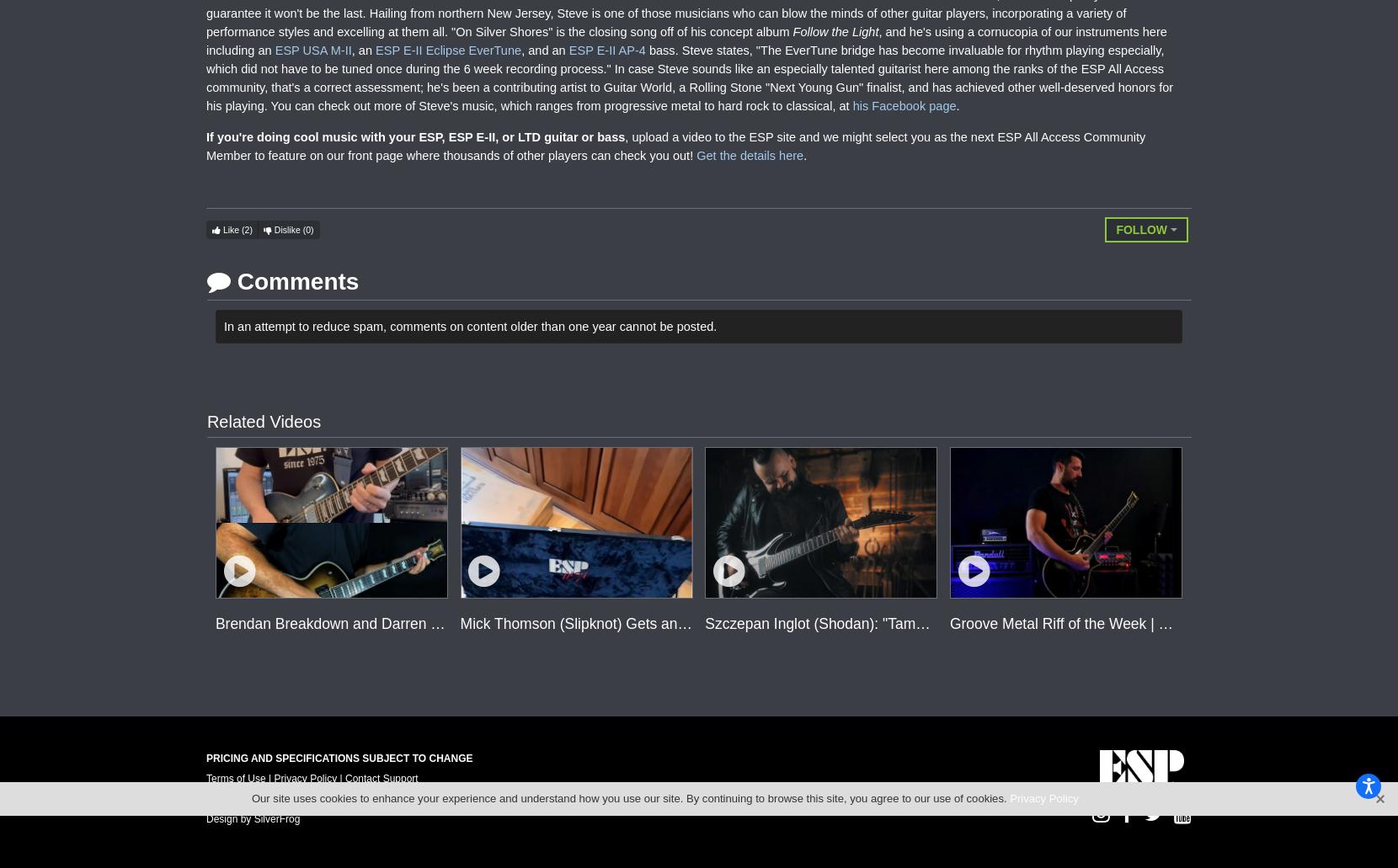 This screenshot has height=868, width=1398. I want to click on '"The EverTune bridge has become invaluable for rhythm playing especially, which did not have to be tuned once during the 6 week recording process." In case Steve sounds like an especially talented guitarist here among the ranks of the ESP All Access community, that's a correct assessment;', so click(685, 68).